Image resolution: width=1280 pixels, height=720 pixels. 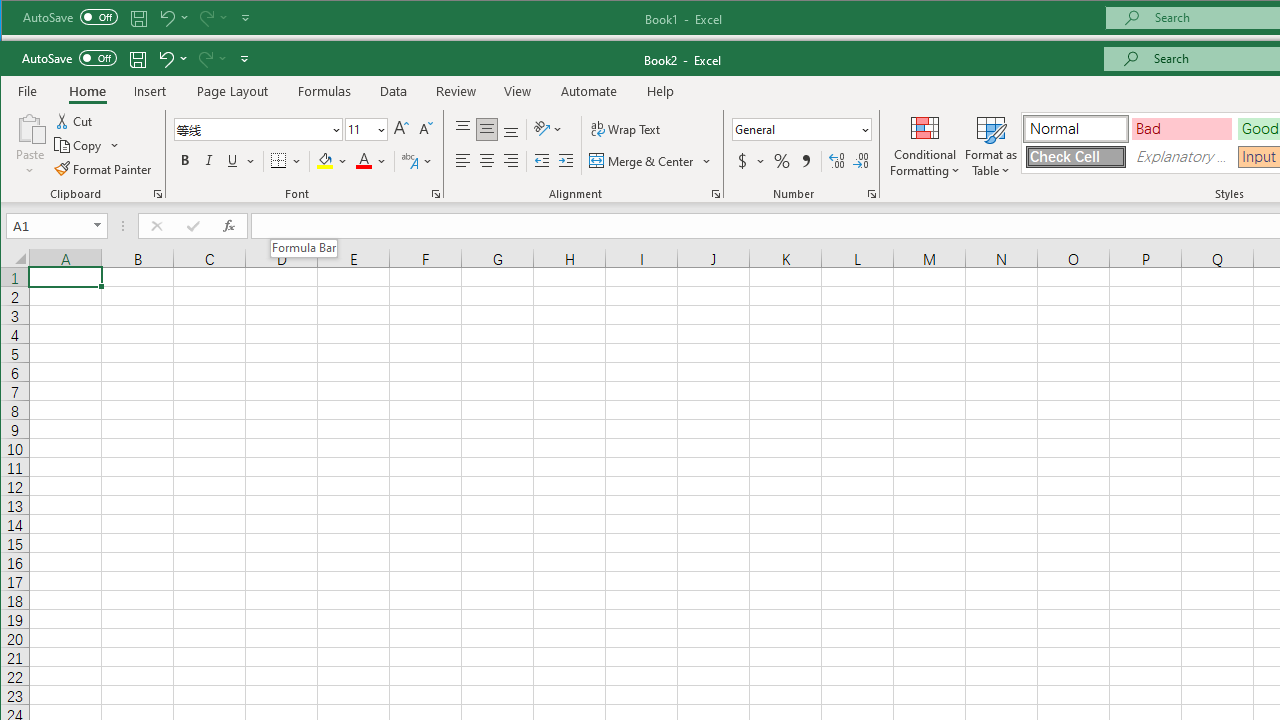 What do you see at coordinates (924, 144) in the screenshot?
I see `'Conditional Formatting'` at bounding box center [924, 144].